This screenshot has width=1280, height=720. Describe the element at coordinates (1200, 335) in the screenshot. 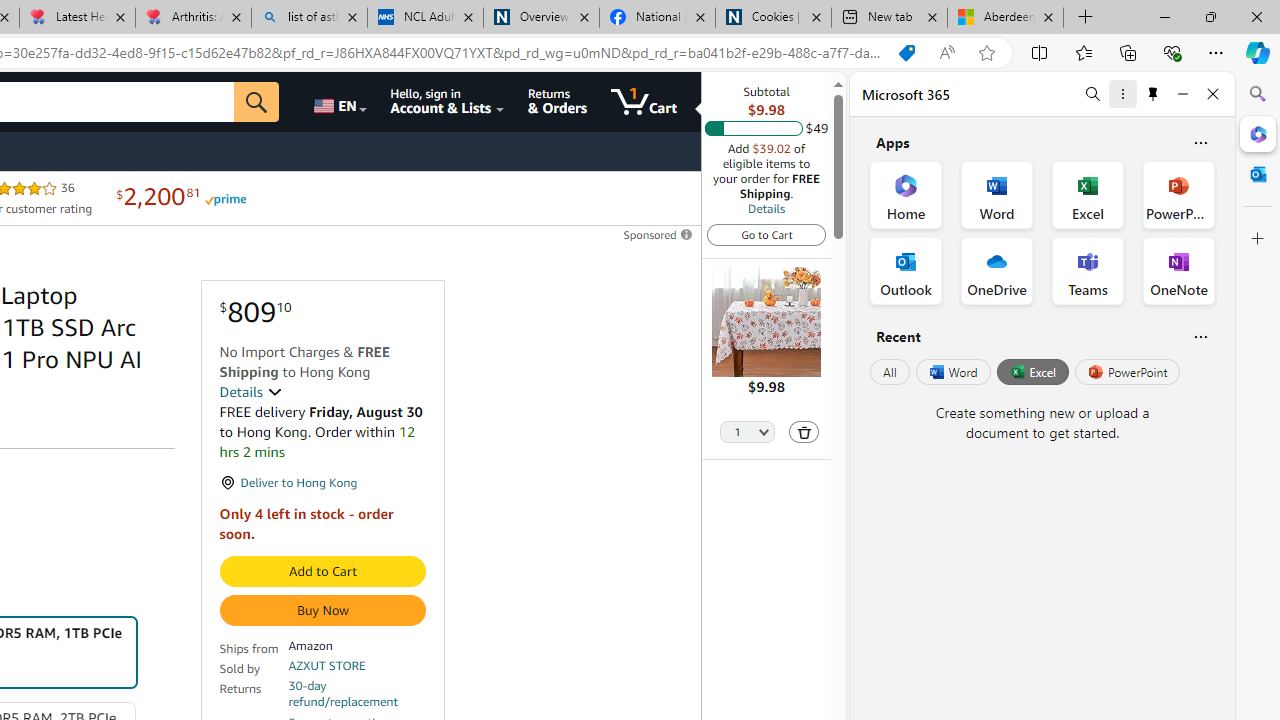

I see `'Is this helpful?'` at that location.